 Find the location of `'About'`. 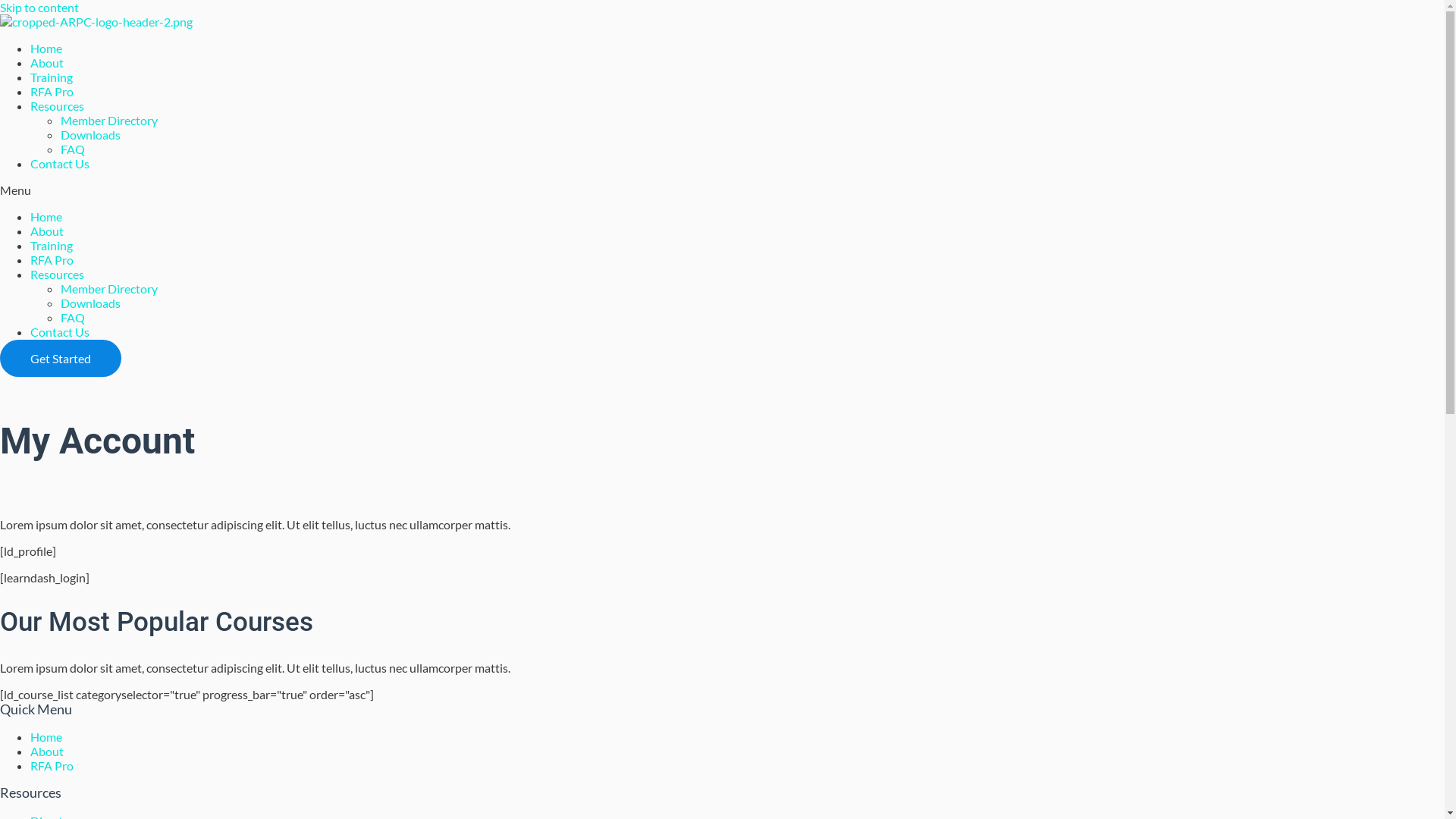

'About' is located at coordinates (47, 61).